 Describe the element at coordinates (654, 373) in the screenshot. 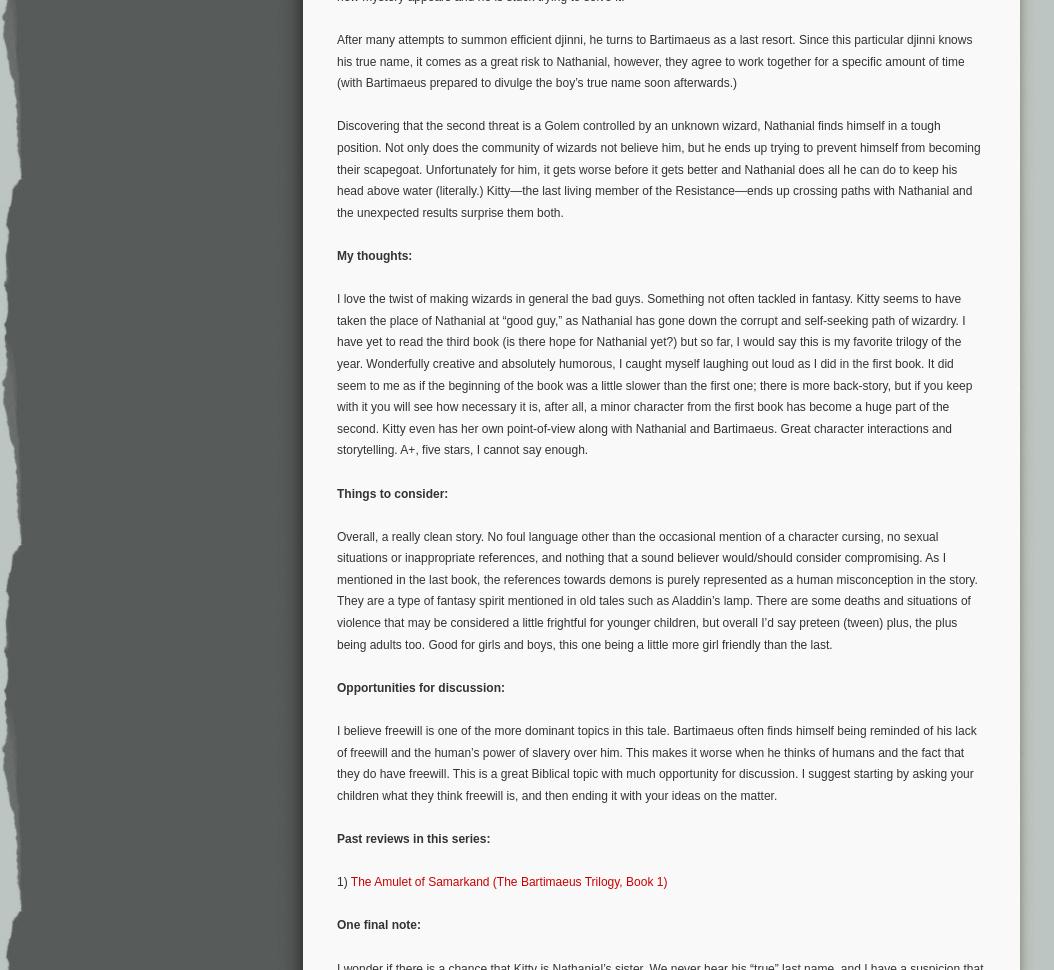

I see `'I love the twist of making wizards in general the bad guys. Something not often tackled in fantasy. Kitty seems to have taken the place of Nathanial at “good guy,” as Nathanial has gone down the corrupt and self-seeking path of wizardry. I have yet to read the third book (is there hope for Nathanial yet?) but so far, I would say this is my favorite trilogy of the year. Wonderfully creative and absolutely humorous, I caught myself laughing out loud as I did in the first book. It did seem to me as if the beginning of the book was a little slower than the first one; there is more back-story, but if you keep with it you will see how necessary it is, after all, a minor character from the first book has become a huge part of the second. Kitty even has her own point-of-view along with Nathanial and Bartimaeus. Great character interactions and storytelling. A+, five stars, I cannot say enough.'` at that location.